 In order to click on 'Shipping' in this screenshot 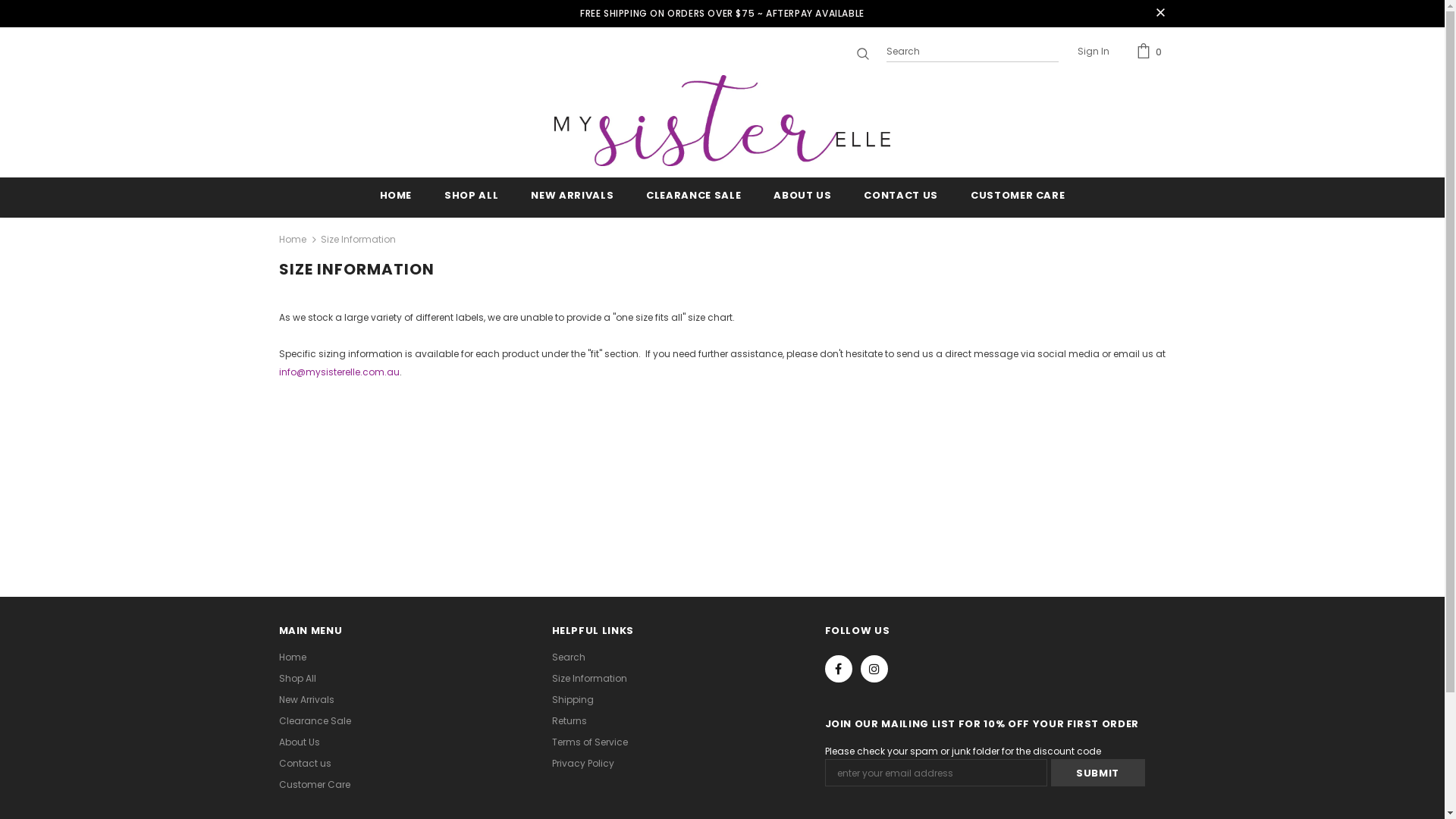, I will do `click(572, 699)`.